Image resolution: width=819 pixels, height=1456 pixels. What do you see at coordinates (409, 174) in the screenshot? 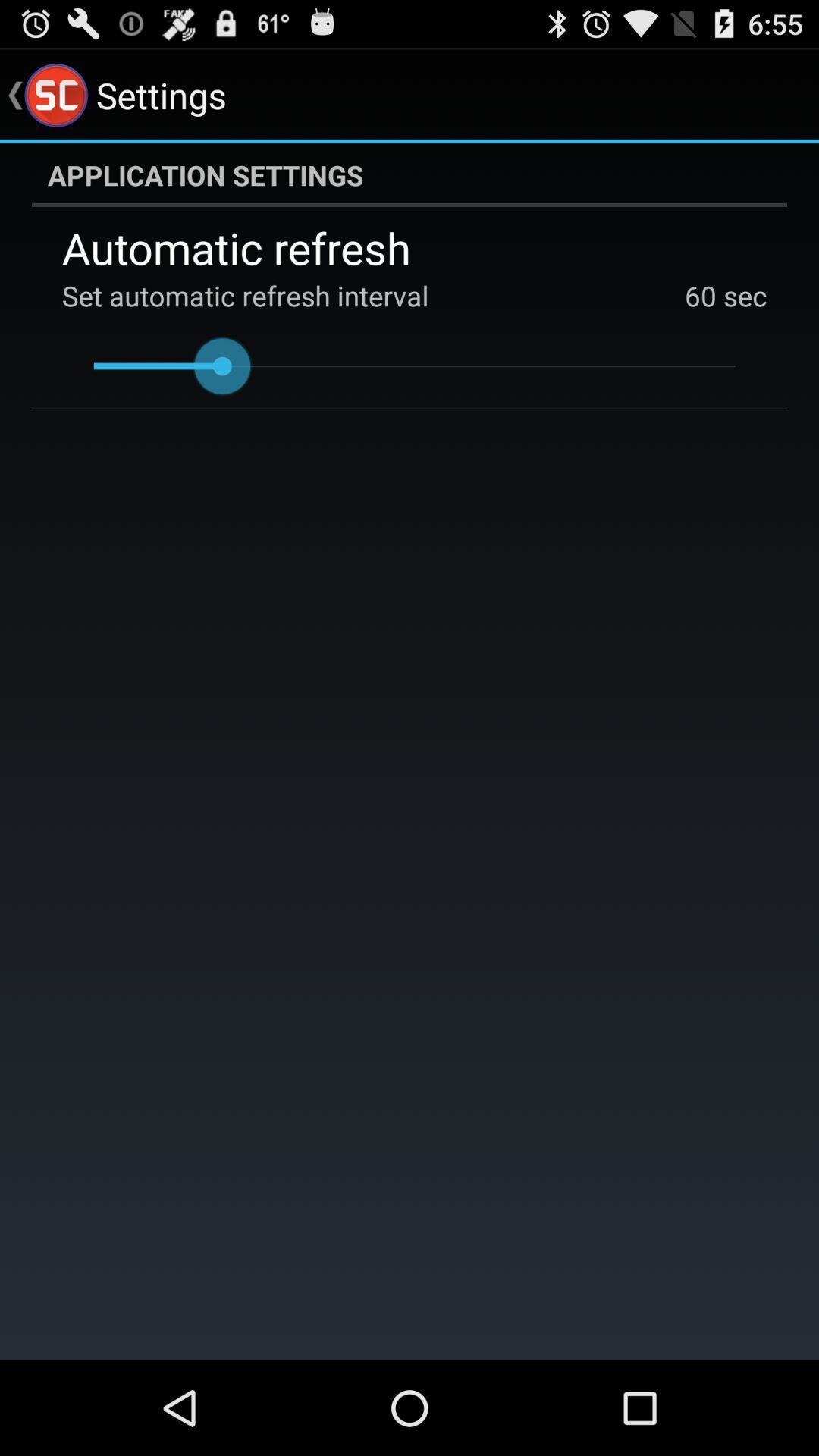
I see `the application settings app` at bounding box center [409, 174].